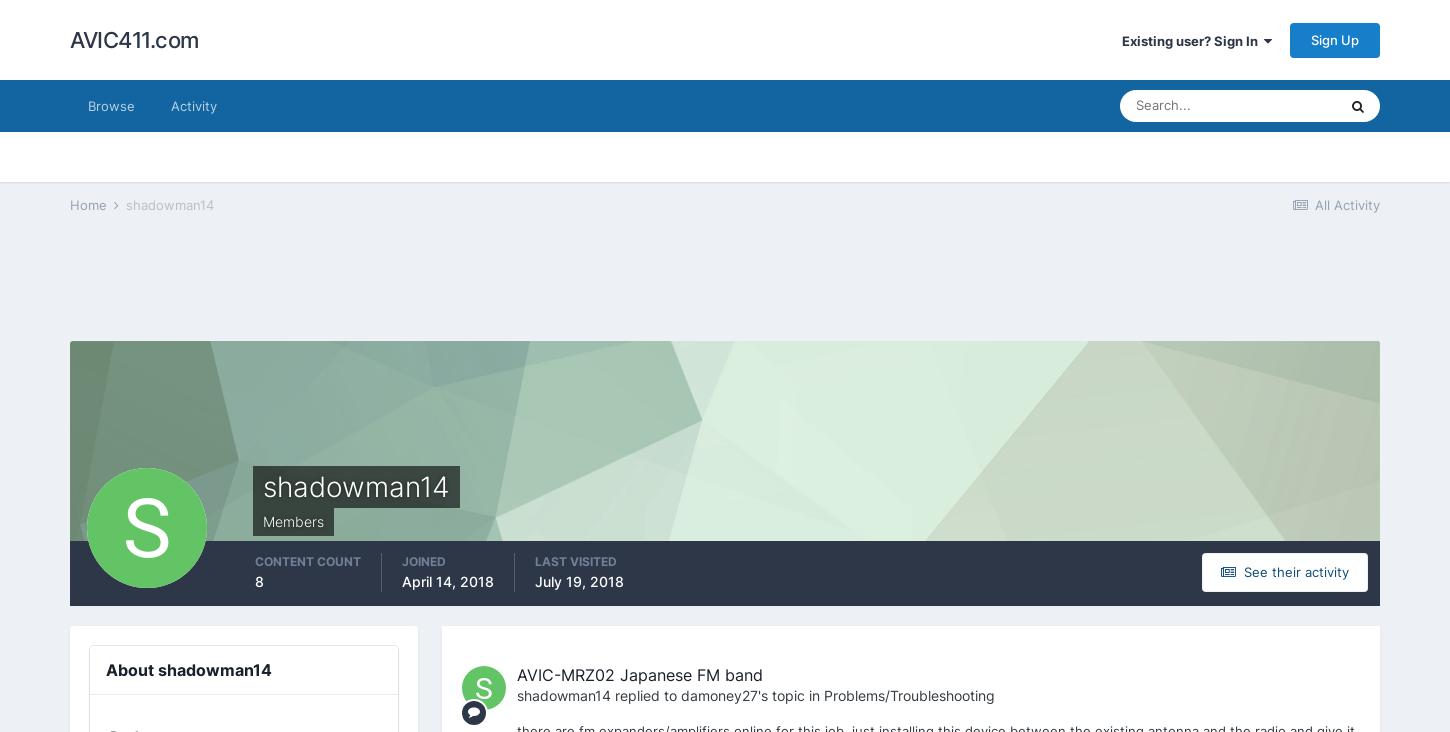  What do you see at coordinates (307, 560) in the screenshot?
I see `'Content Count'` at bounding box center [307, 560].